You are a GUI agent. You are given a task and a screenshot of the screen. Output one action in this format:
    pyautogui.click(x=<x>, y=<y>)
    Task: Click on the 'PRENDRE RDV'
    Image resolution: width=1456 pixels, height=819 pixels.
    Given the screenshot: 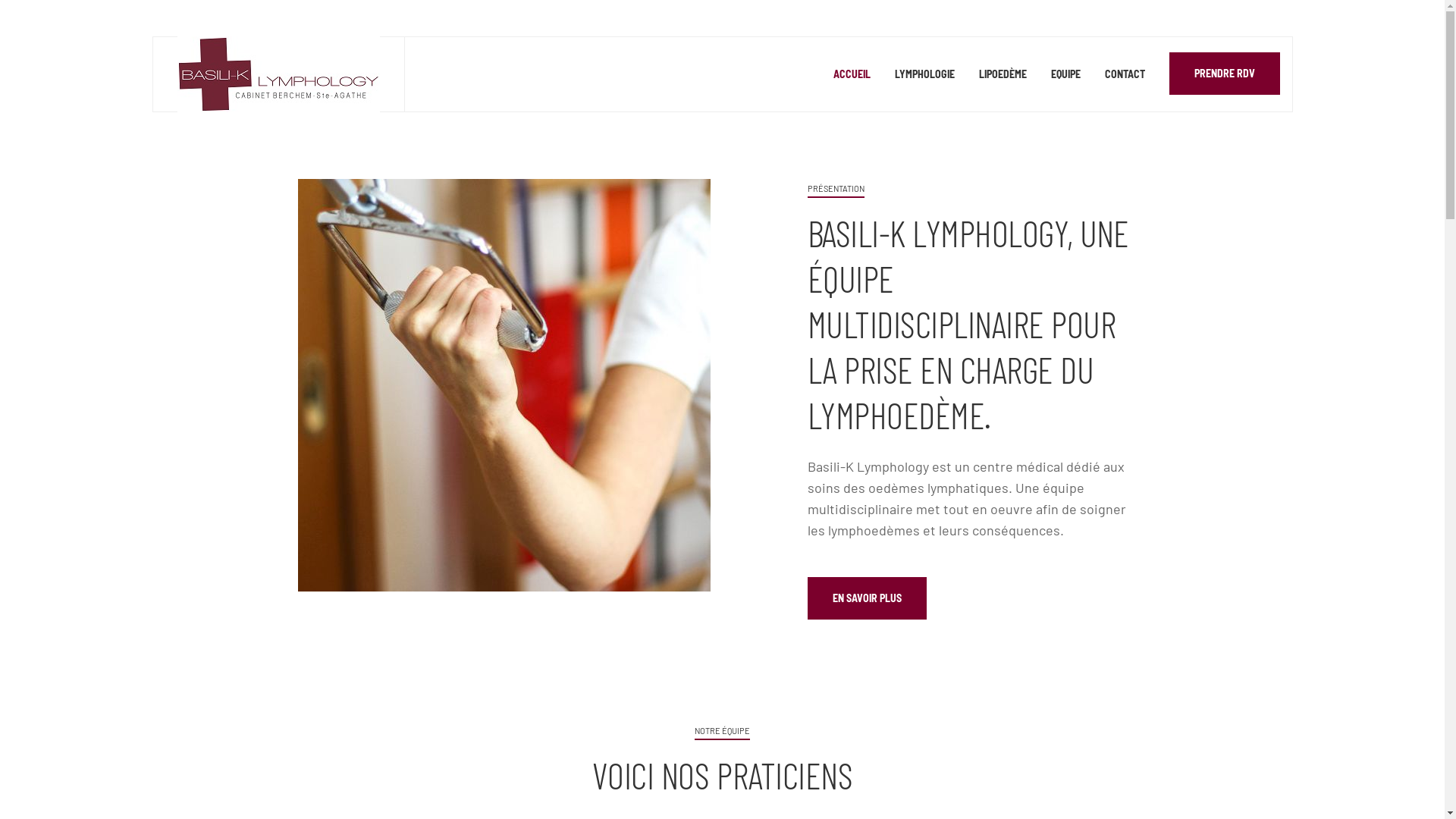 What is the action you would take?
    pyautogui.click(x=1168, y=73)
    